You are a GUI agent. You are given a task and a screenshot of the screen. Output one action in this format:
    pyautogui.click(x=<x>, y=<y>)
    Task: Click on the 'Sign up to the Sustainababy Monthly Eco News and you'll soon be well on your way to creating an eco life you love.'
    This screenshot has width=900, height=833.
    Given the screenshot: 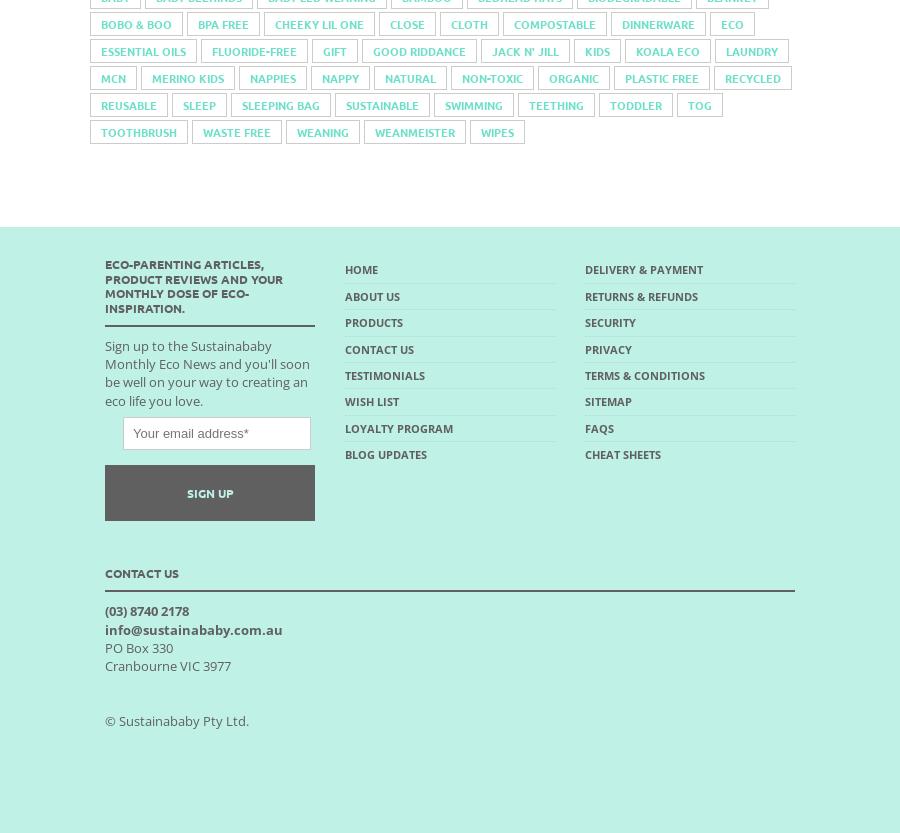 What is the action you would take?
    pyautogui.click(x=207, y=372)
    